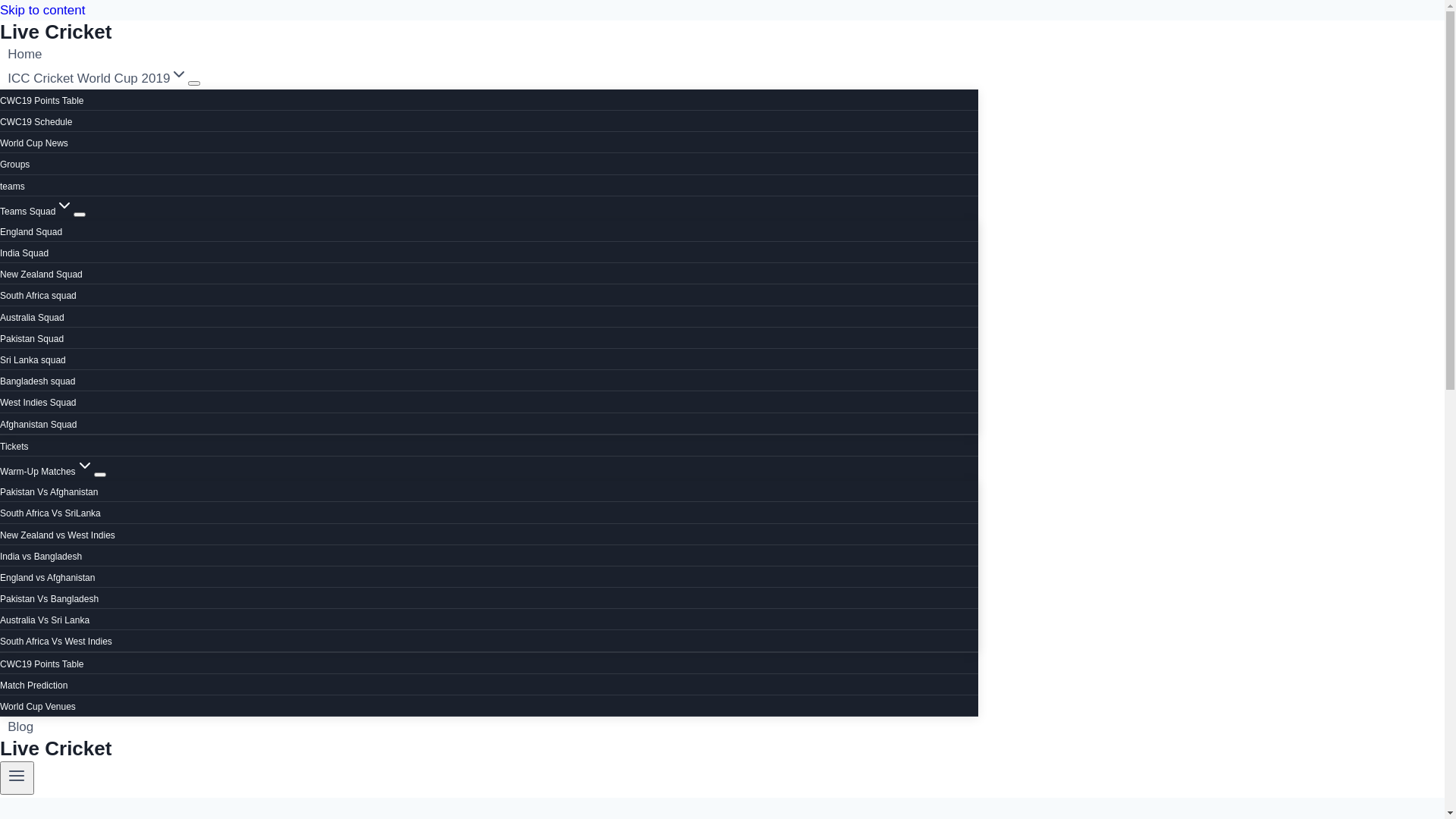 This screenshot has width=1456, height=819. Describe the element at coordinates (0, 338) in the screenshot. I see `'Pakistan Squad'` at that location.